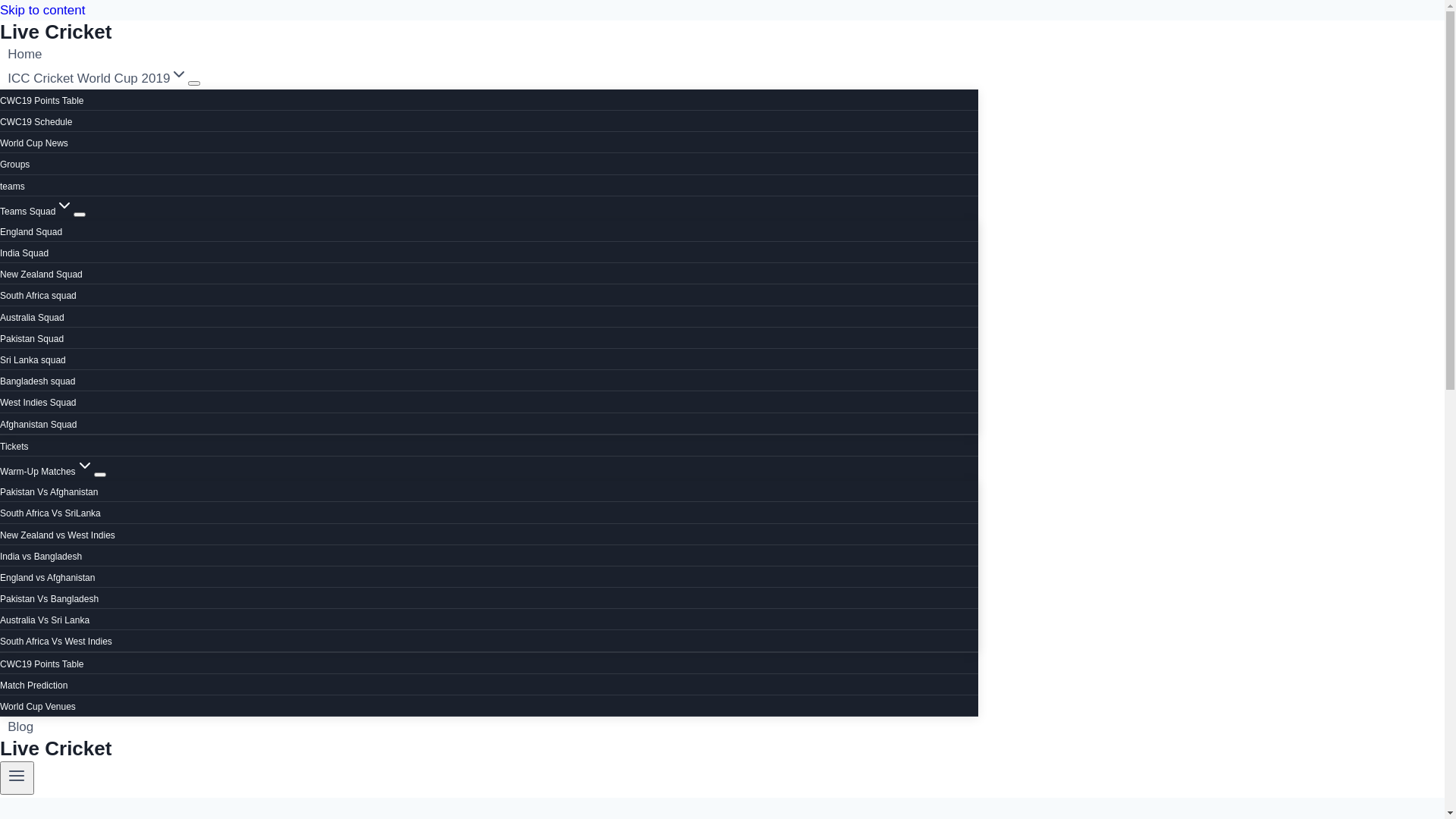 This screenshot has width=1456, height=819. Describe the element at coordinates (0, 338) in the screenshot. I see `'Pakistan Squad'` at that location.